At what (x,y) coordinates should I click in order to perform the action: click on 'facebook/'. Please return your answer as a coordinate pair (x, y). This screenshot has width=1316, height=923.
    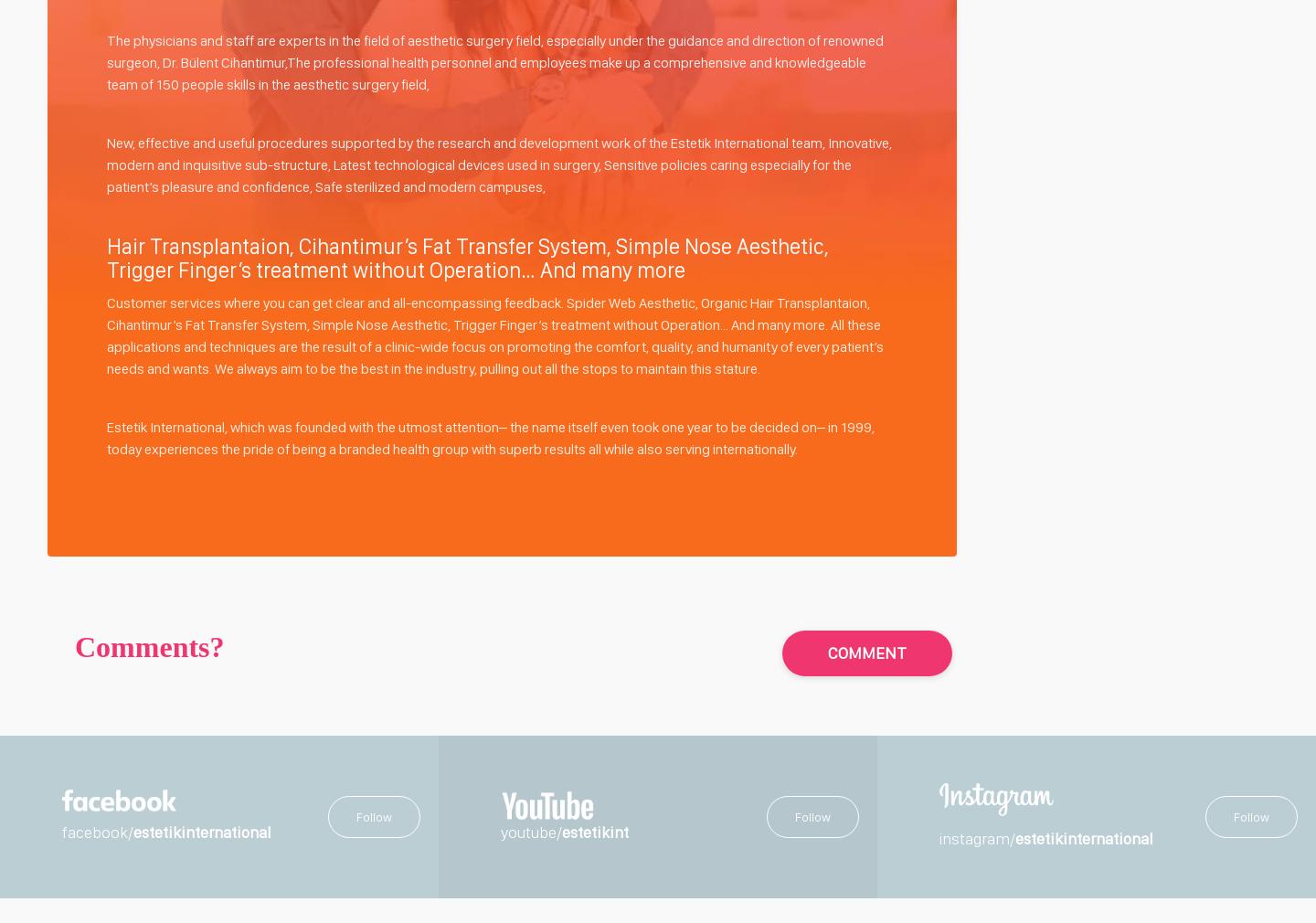
    Looking at the image, I should click on (97, 832).